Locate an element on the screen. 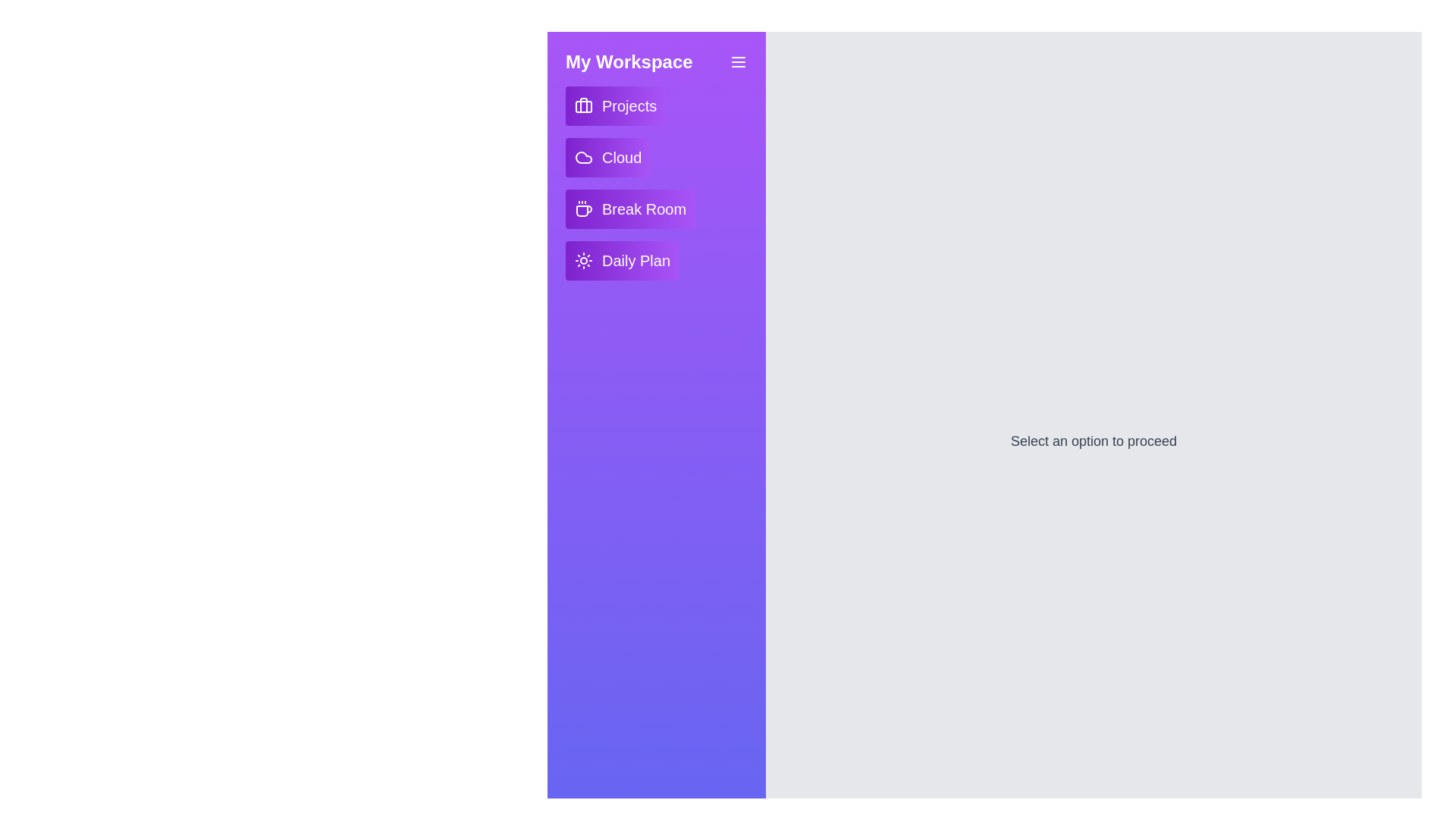 This screenshot has width=1456, height=819. the interactive element Break Room is located at coordinates (630, 209).